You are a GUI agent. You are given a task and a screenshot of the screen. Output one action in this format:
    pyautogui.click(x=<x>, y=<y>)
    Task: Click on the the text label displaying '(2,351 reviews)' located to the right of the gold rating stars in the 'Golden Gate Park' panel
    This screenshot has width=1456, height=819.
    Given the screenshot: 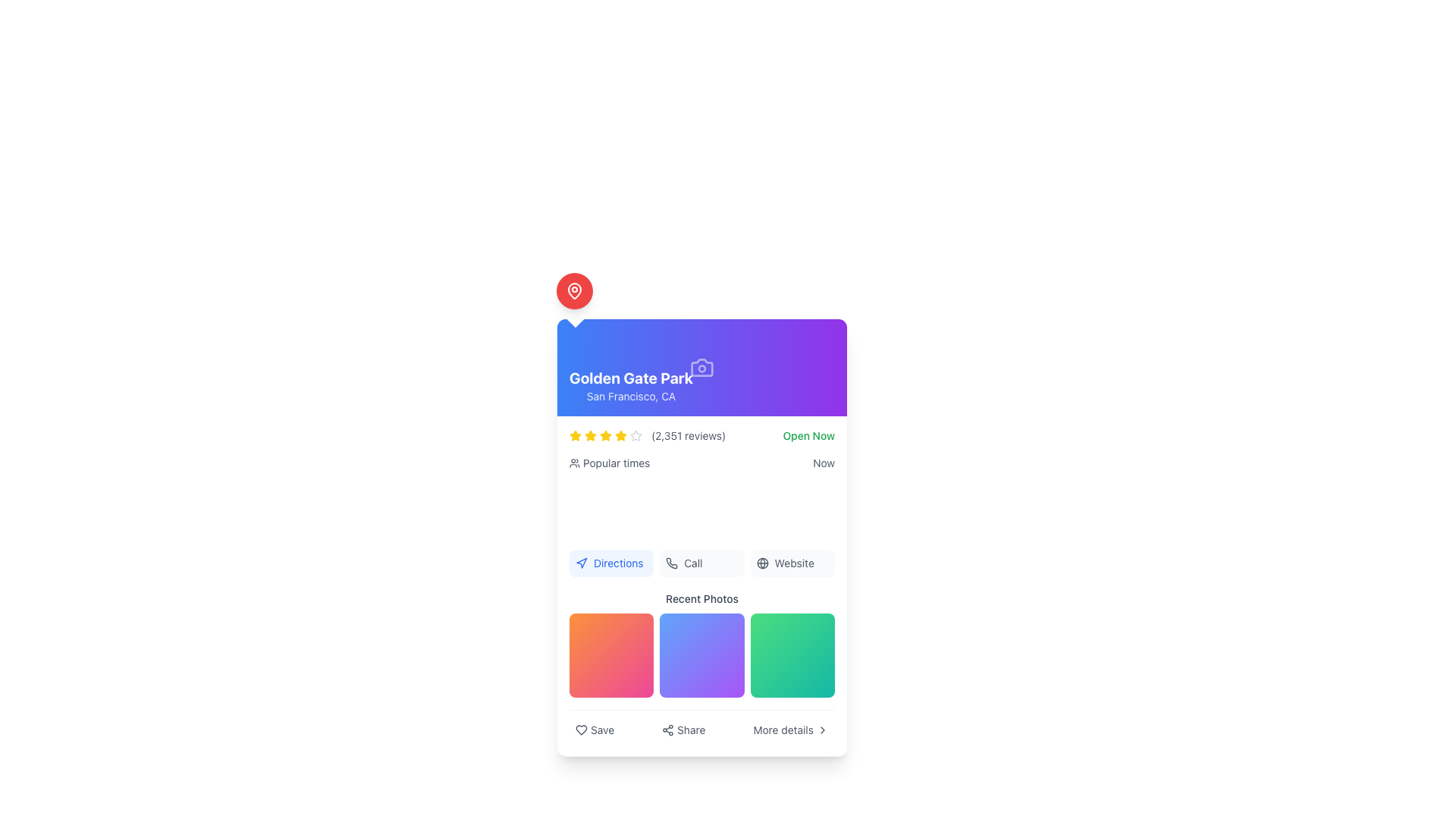 What is the action you would take?
    pyautogui.click(x=688, y=435)
    